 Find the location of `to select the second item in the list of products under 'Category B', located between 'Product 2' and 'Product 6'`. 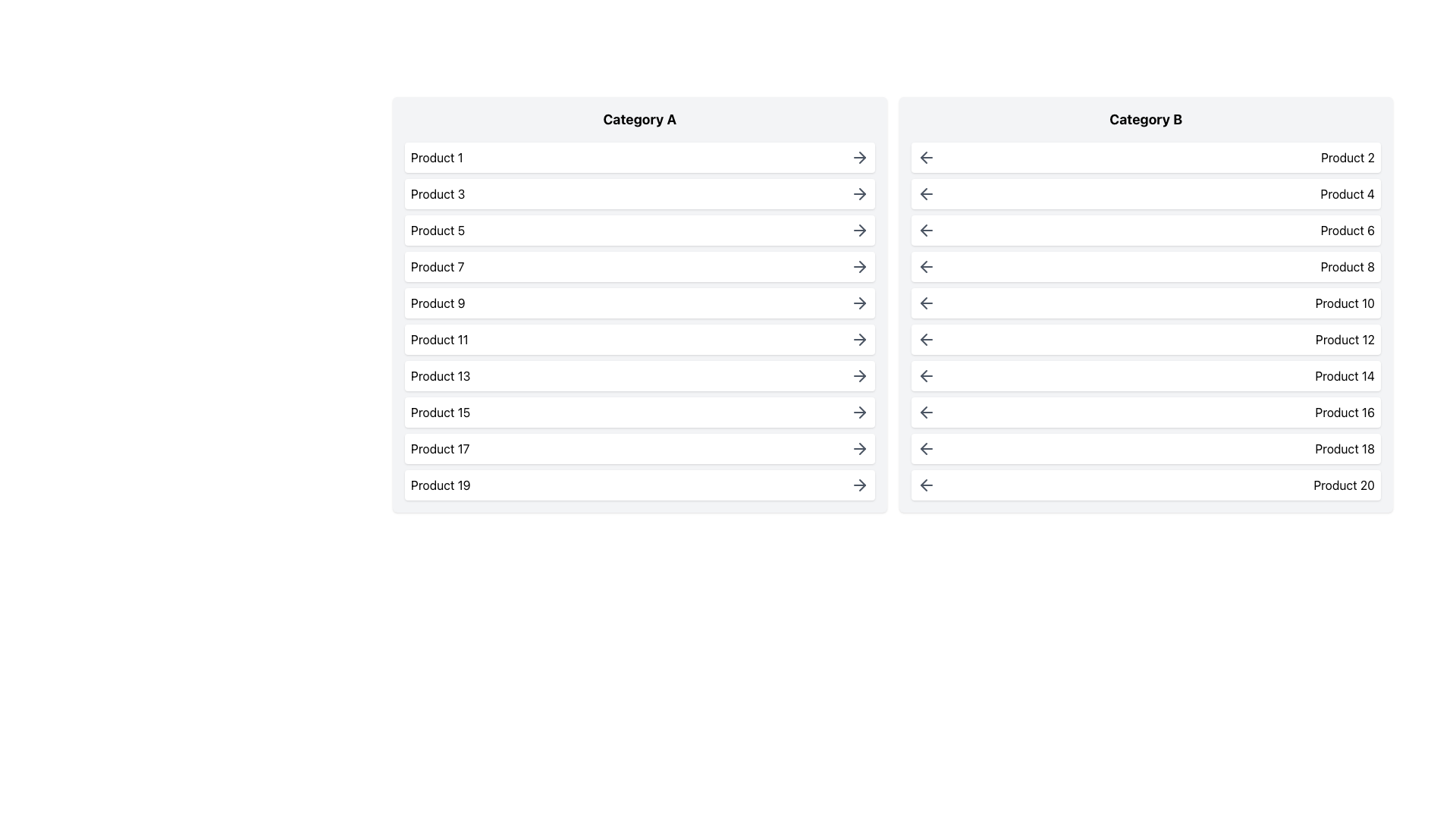

to select the second item in the list of products under 'Category B', located between 'Product 2' and 'Product 6' is located at coordinates (1146, 193).